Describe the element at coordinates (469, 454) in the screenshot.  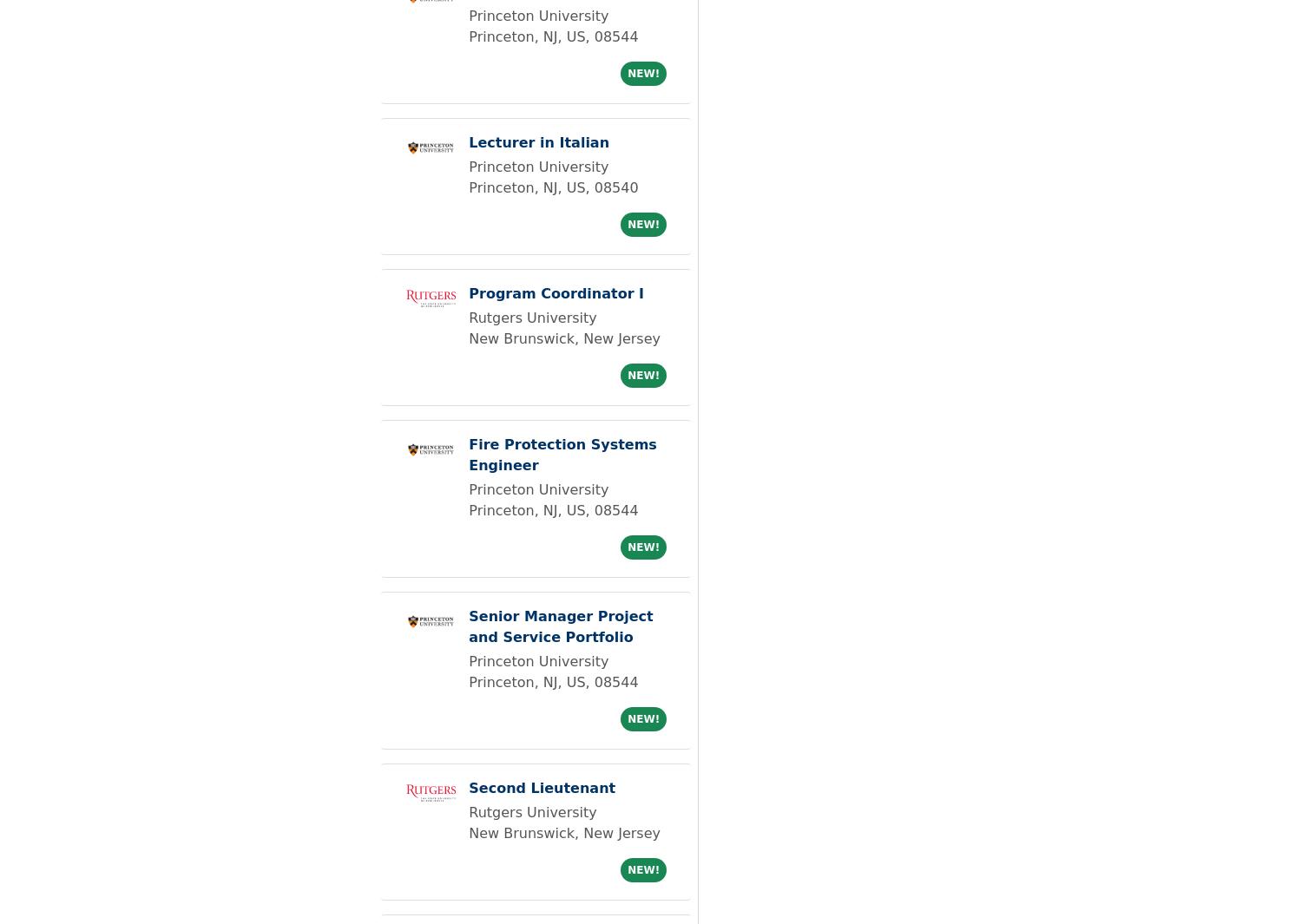
I see `'Fire Protection Systems Engineer'` at that location.